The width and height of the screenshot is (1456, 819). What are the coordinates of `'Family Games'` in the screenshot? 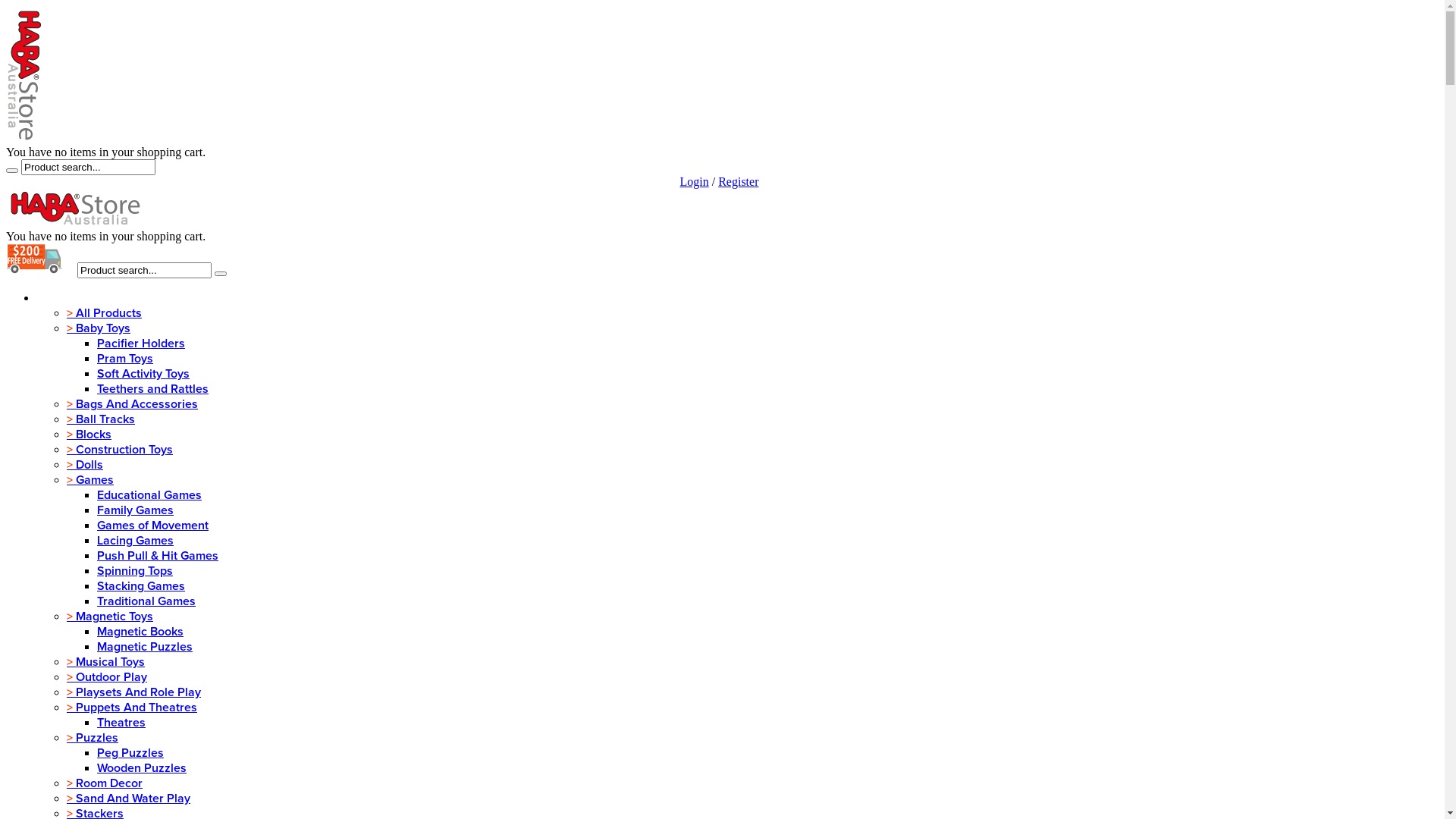 It's located at (135, 510).